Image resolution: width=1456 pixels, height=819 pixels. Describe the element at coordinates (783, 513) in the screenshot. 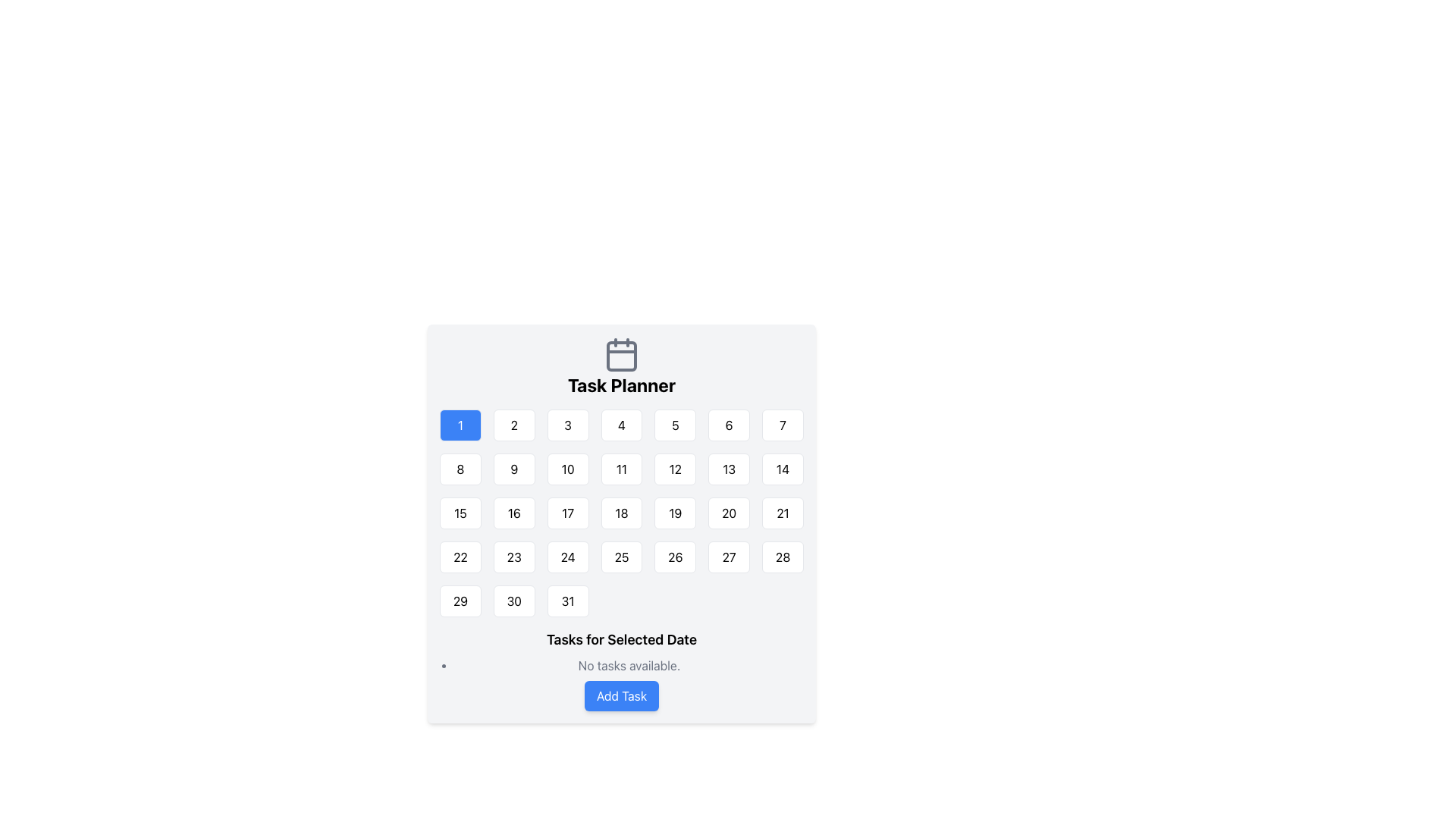

I see `the button displaying '21' located in the third row and seventh column of the grid layout` at that location.